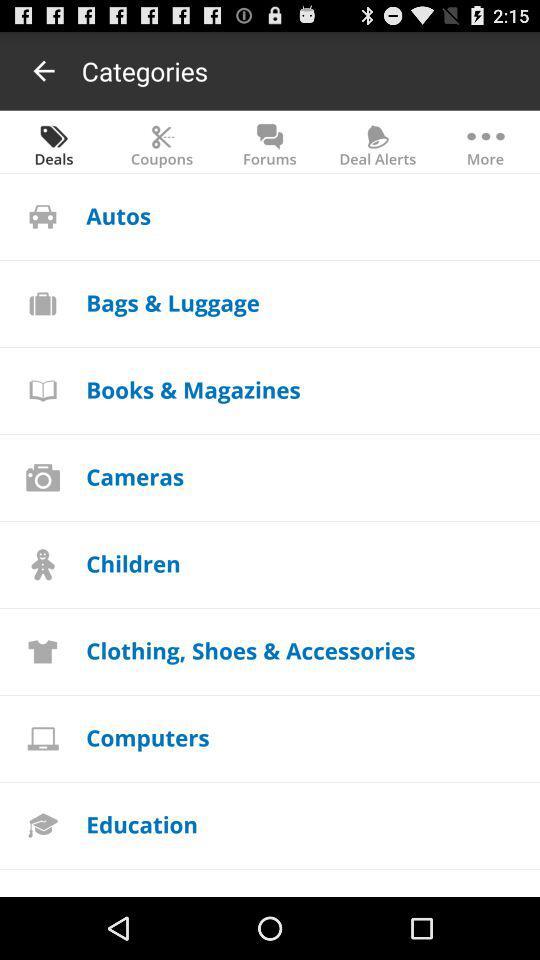 The image size is (540, 960). I want to click on app next to the categories, so click(44, 70).